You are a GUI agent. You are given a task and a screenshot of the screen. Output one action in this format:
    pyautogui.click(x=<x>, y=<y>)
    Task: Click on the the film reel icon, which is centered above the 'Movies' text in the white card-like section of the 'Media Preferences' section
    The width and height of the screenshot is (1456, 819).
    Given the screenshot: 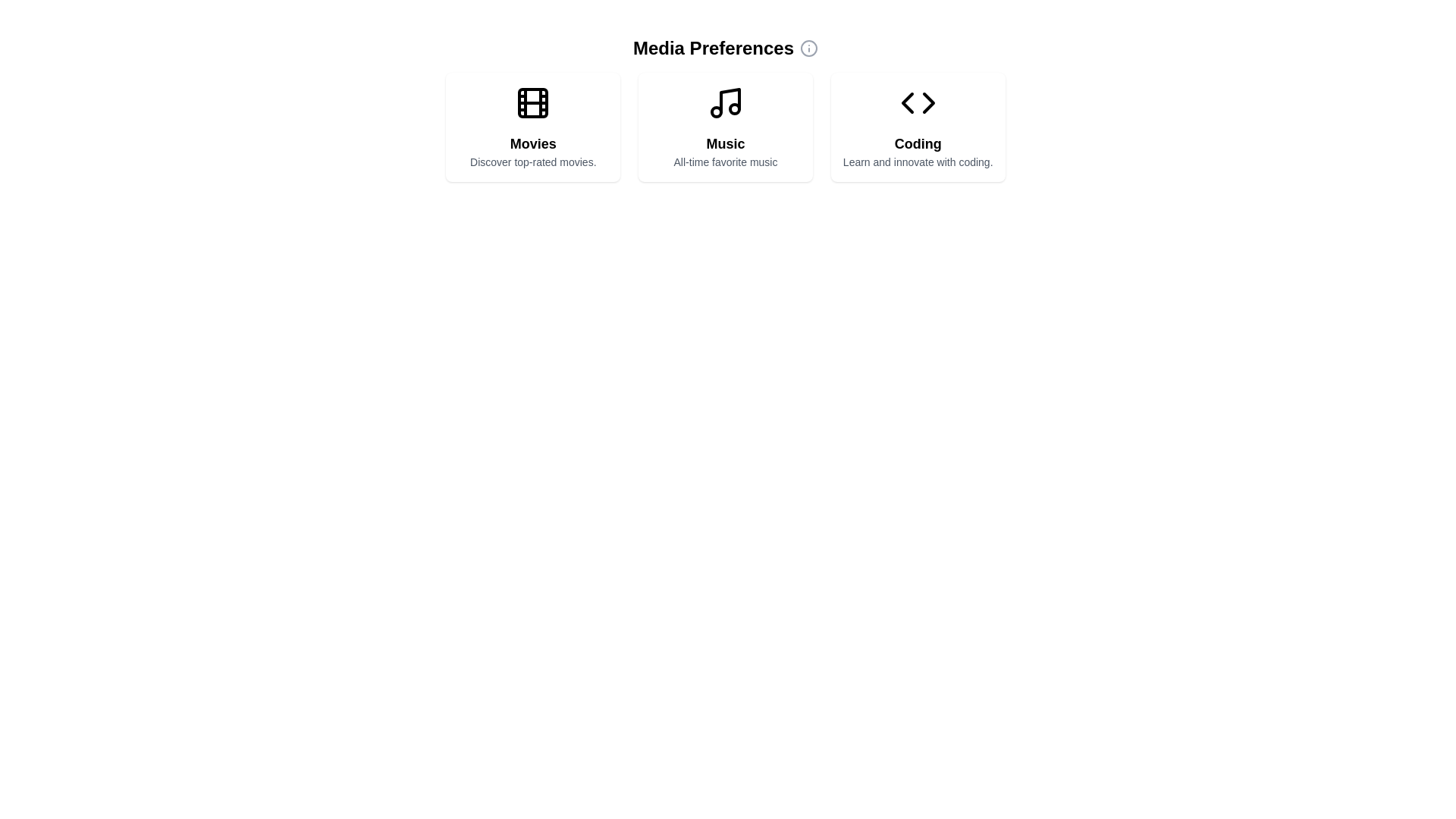 What is the action you would take?
    pyautogui.click(x=533, y=102)
    